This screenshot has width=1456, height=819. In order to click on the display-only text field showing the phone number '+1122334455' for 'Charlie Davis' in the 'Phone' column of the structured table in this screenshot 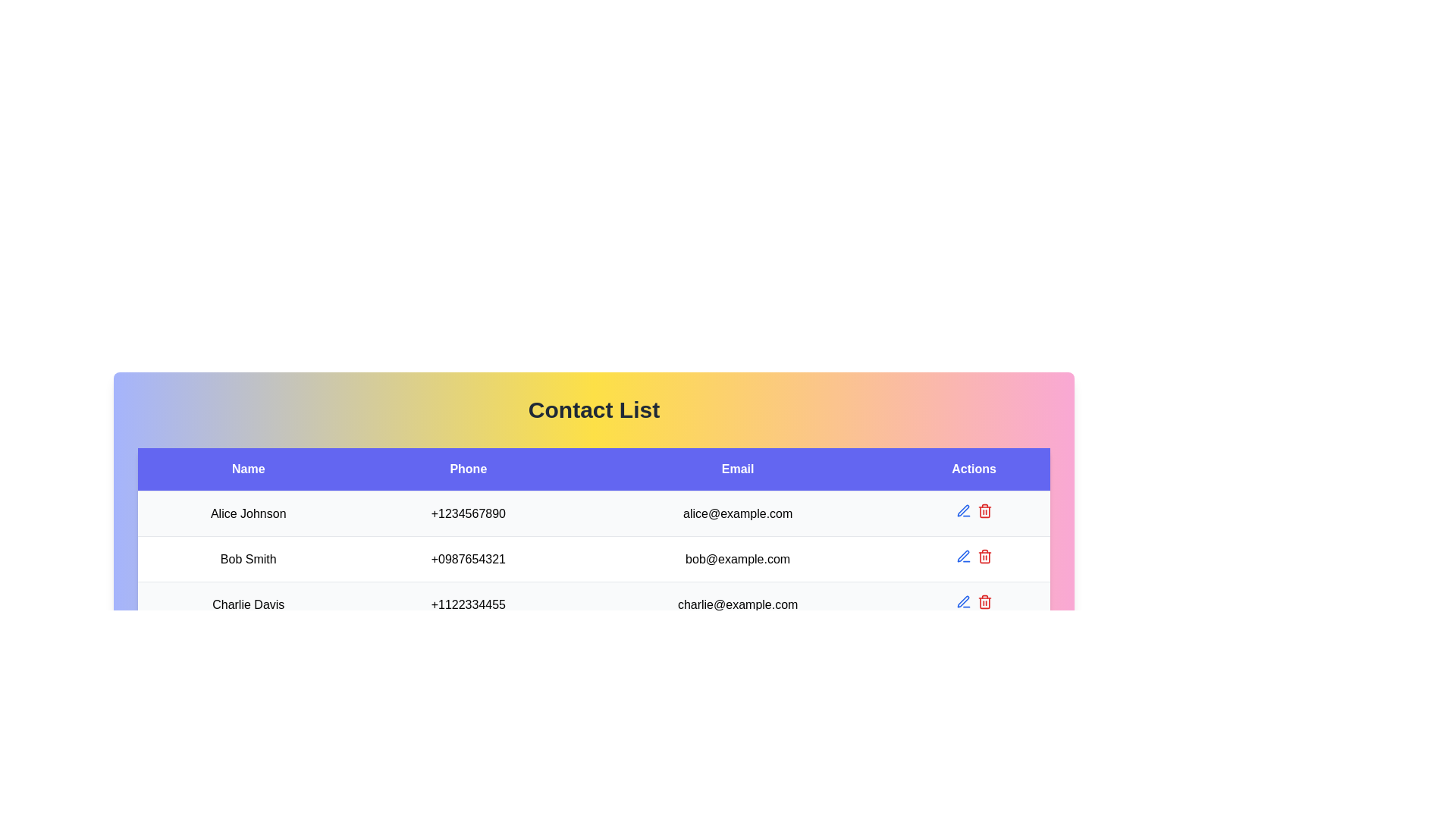, I will do `click(467, 604)`.